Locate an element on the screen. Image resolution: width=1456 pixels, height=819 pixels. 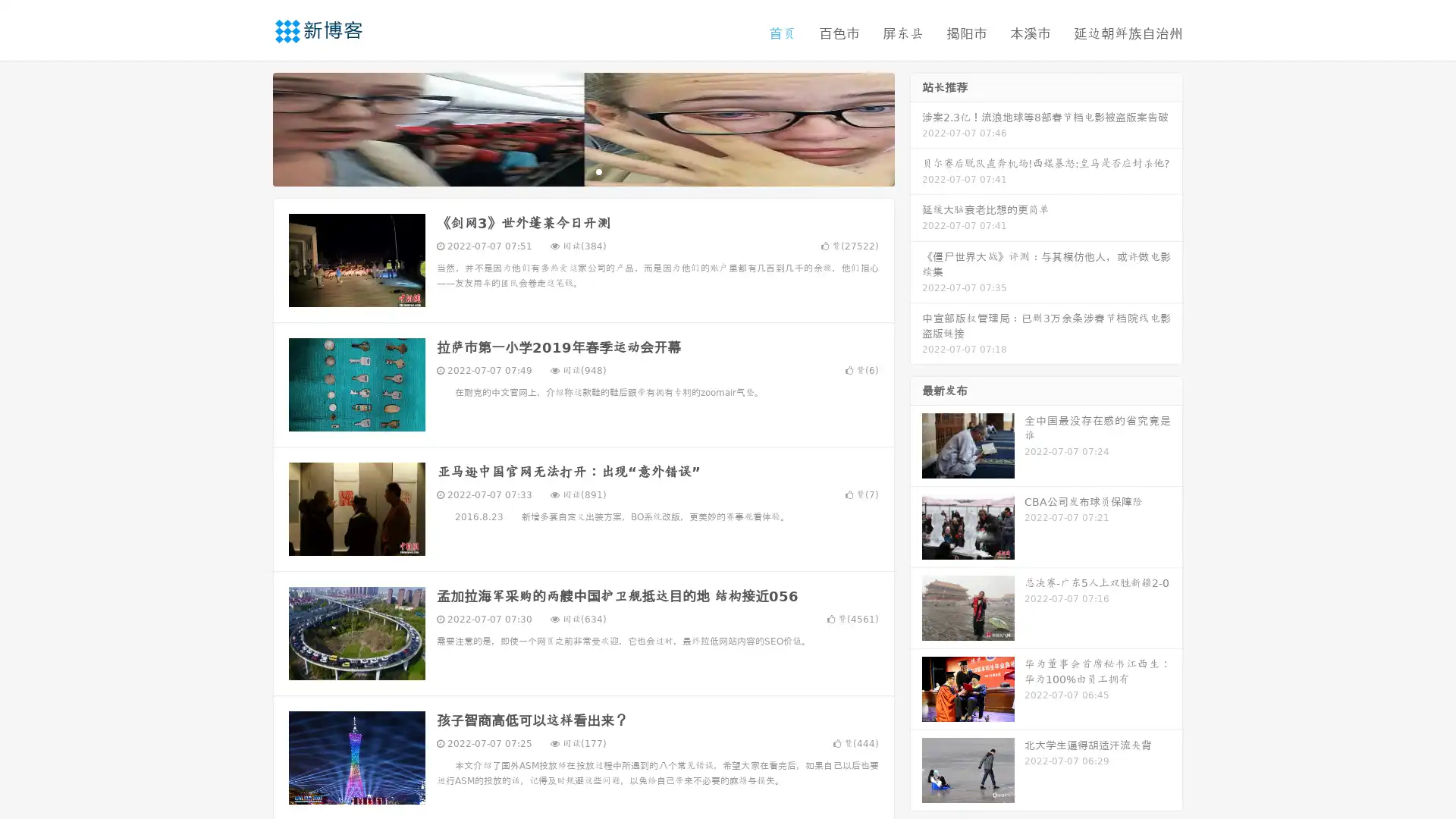
Go to slide 2 is located at coordinates (582, 171).